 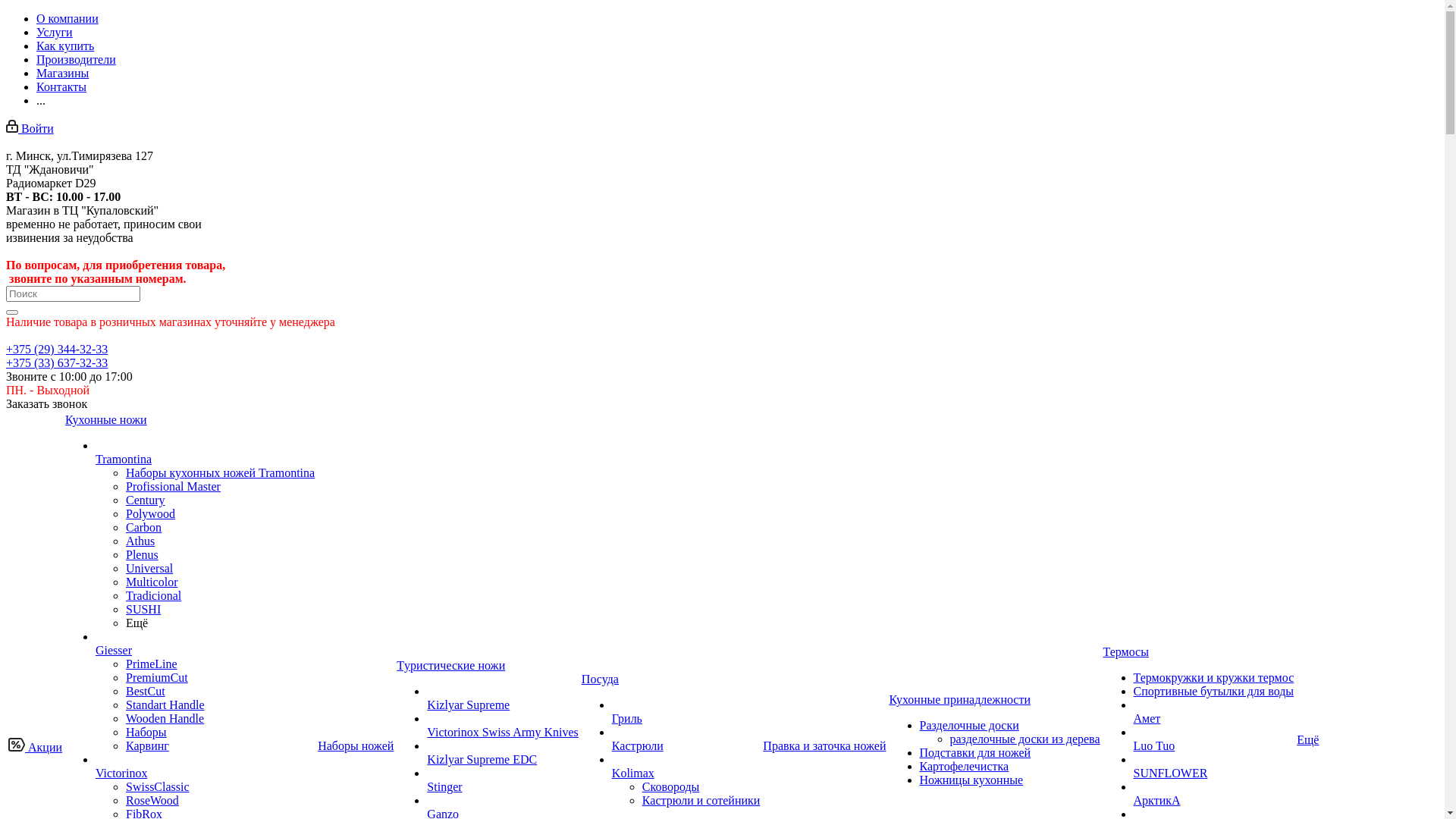 I want to click on 'Giesser', so click(x=112, y=649).